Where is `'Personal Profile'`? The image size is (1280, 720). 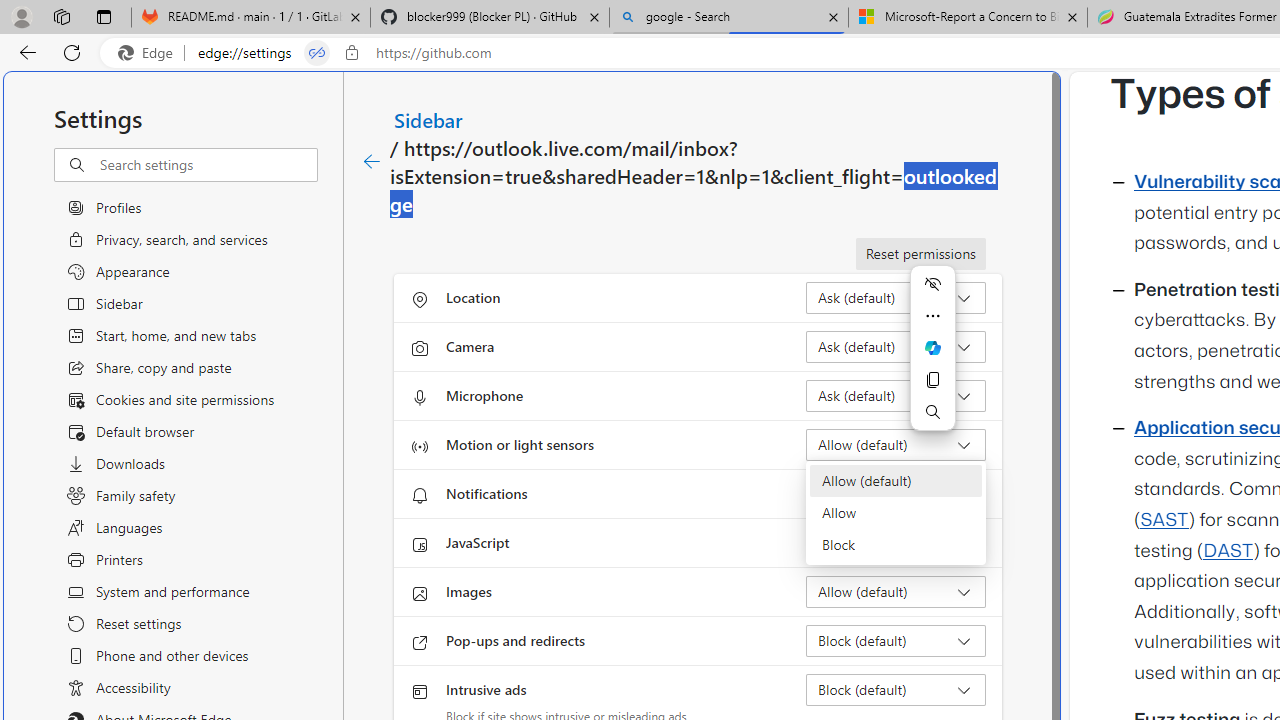 'Personal Profile' is located at coordinates (21, 16).